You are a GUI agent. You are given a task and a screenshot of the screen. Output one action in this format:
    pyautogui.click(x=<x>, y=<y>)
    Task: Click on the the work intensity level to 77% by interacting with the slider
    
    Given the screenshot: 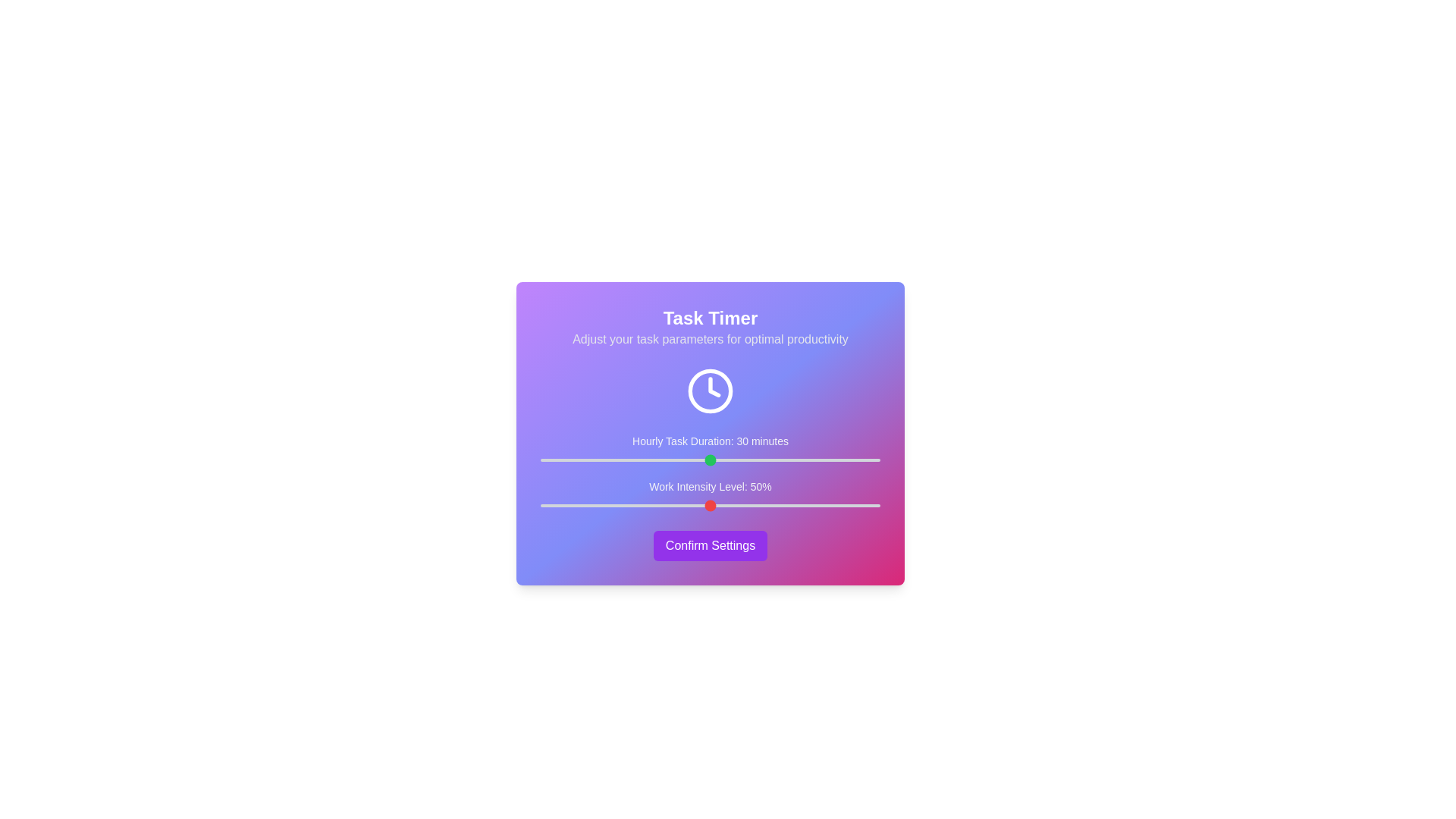 What is the action you would take?
    pyautogui.click(x=801, y=506)
    